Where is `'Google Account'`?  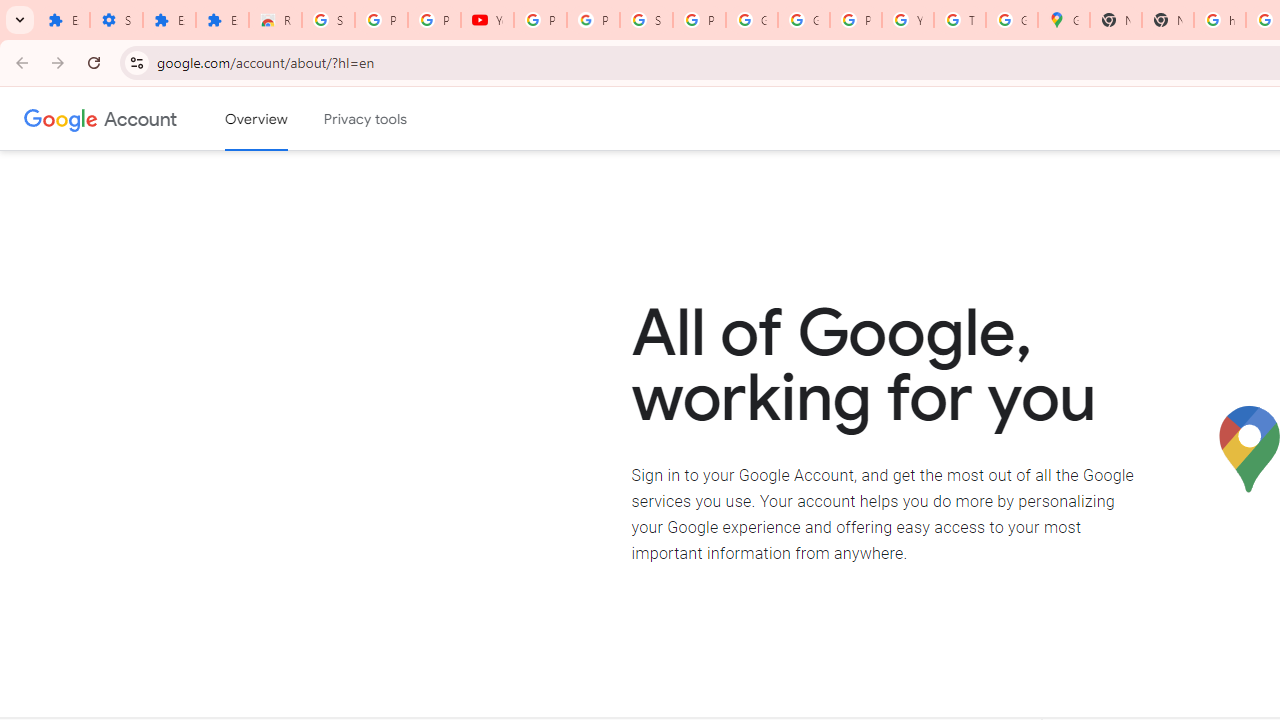
'Google Account' is located at coordinates (139, 118).